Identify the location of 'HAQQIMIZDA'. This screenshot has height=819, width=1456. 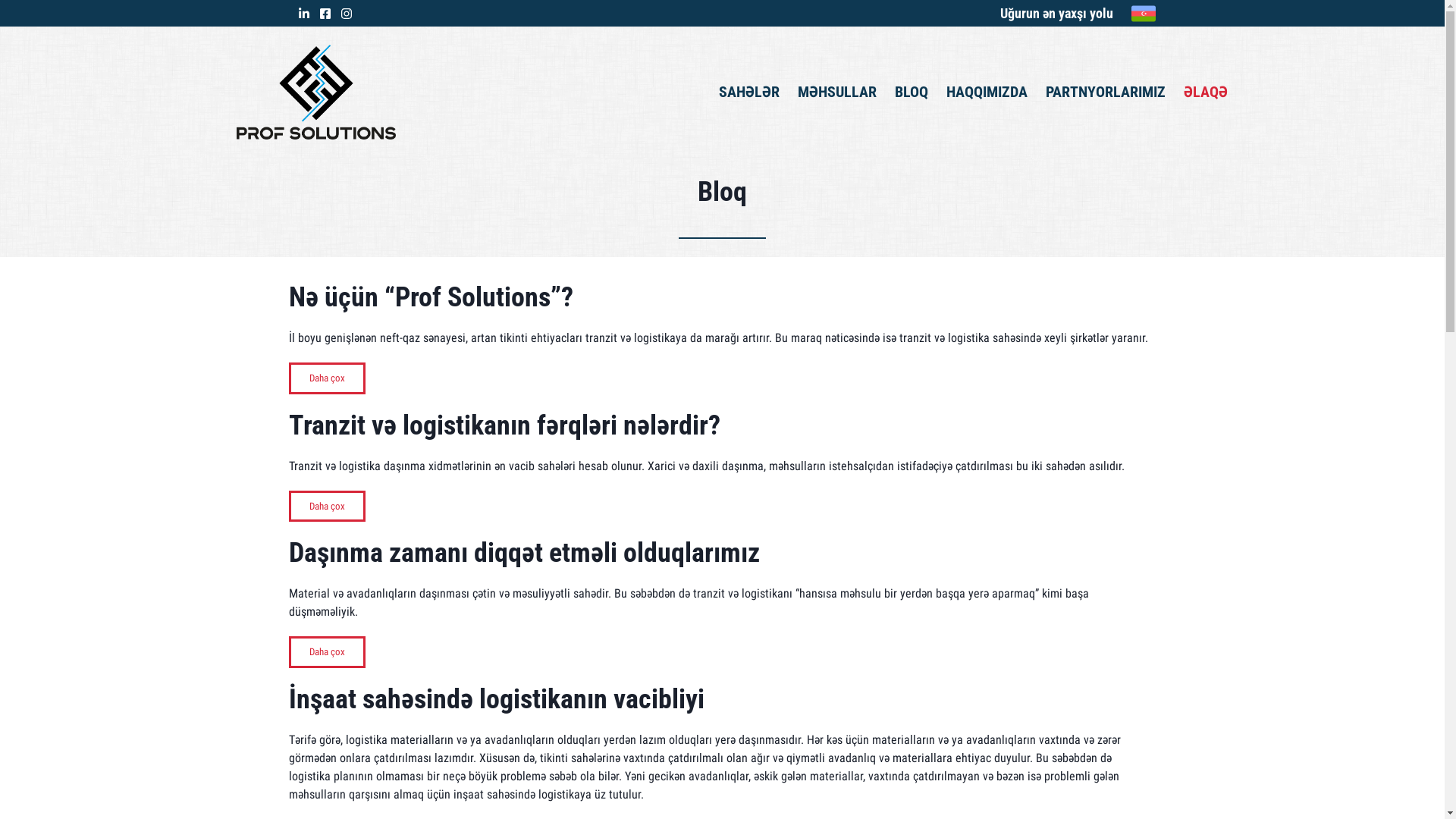
(946, 91).